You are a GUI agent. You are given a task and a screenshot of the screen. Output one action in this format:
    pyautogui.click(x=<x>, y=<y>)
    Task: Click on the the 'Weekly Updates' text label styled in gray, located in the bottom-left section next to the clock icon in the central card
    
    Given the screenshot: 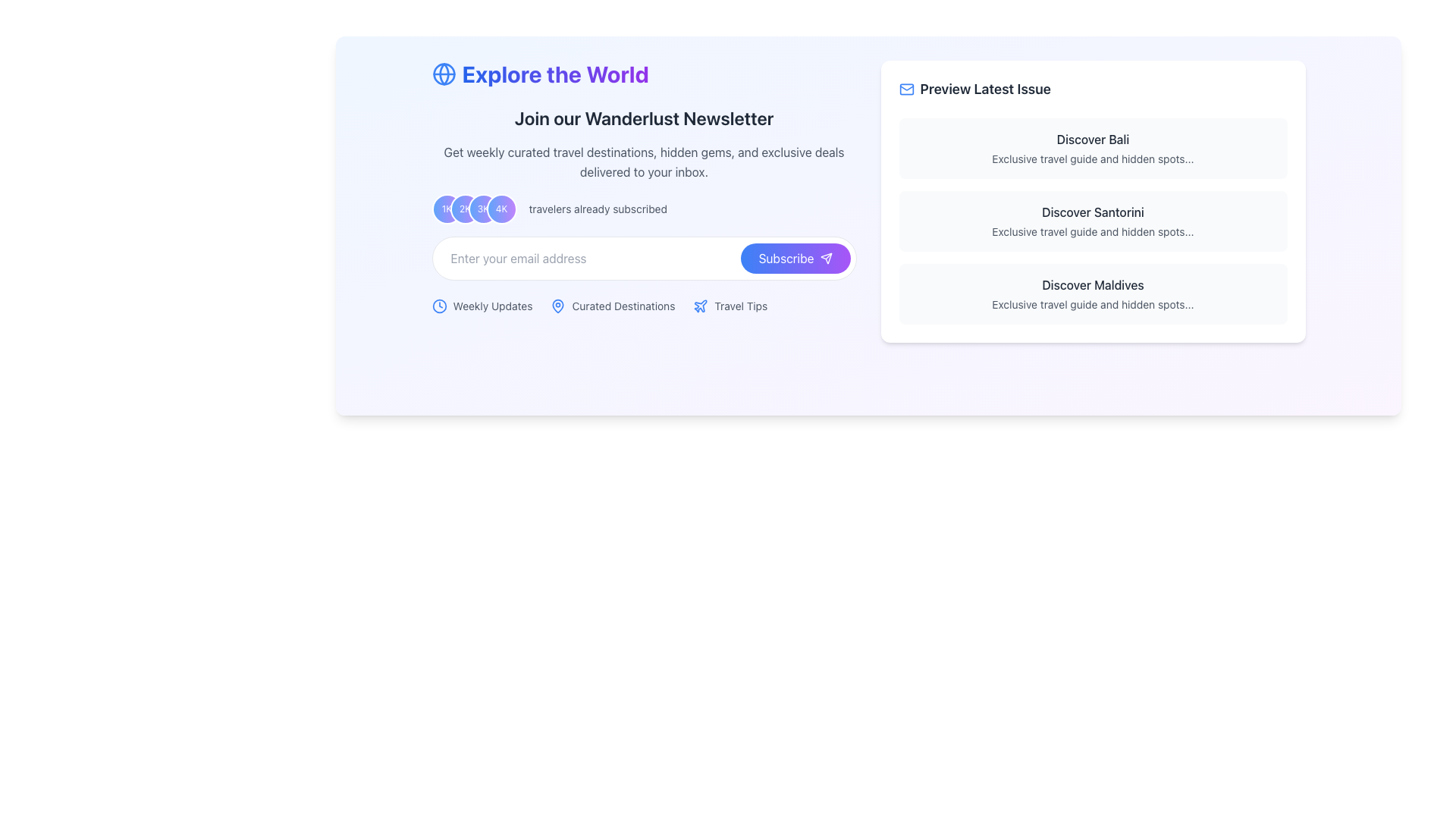 What is the action you would take?
    pyautogui.click(x=492, y=306)
    